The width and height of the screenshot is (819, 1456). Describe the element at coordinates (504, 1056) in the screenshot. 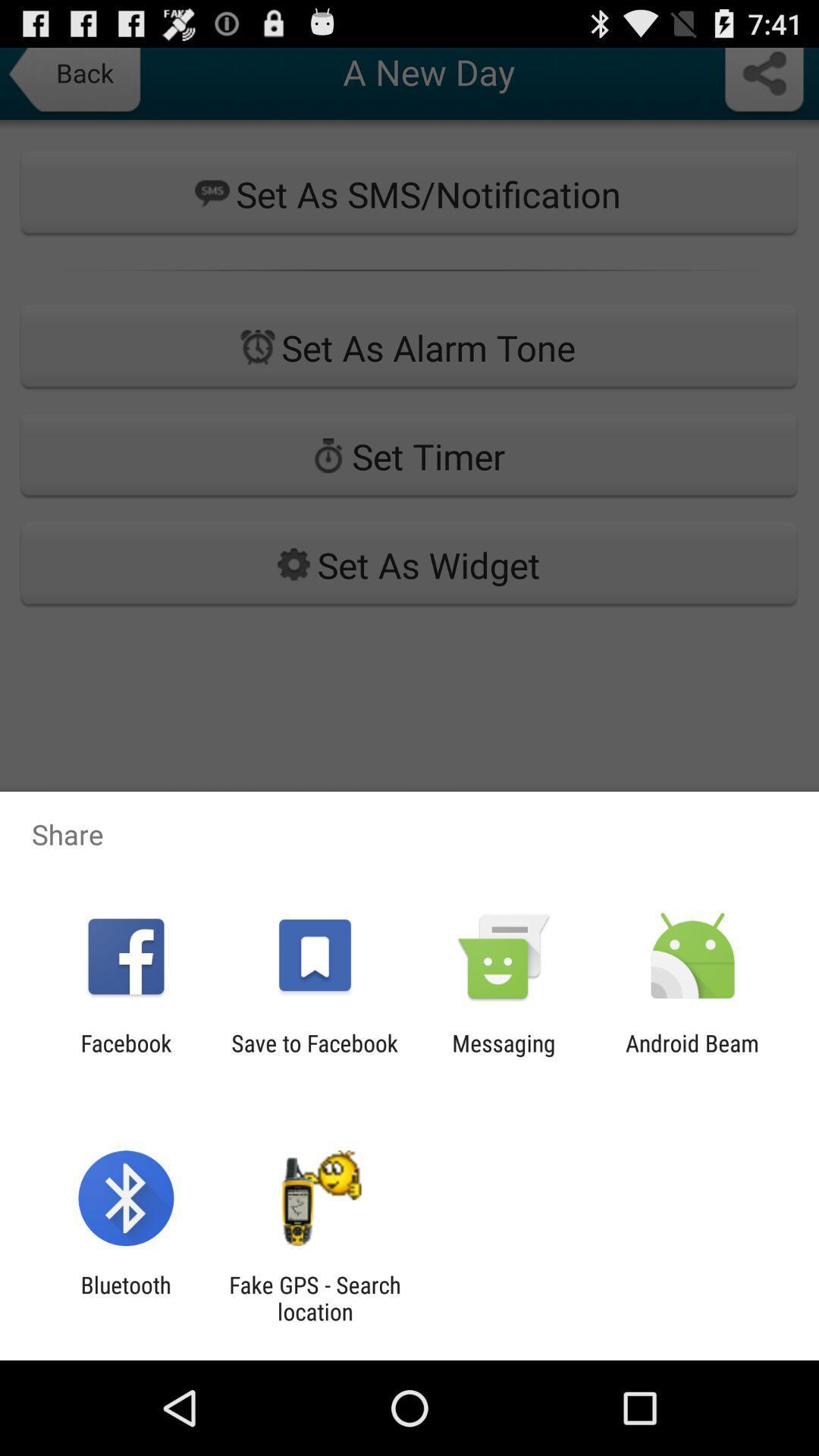

I see `the item to the left of android beam` at that location.